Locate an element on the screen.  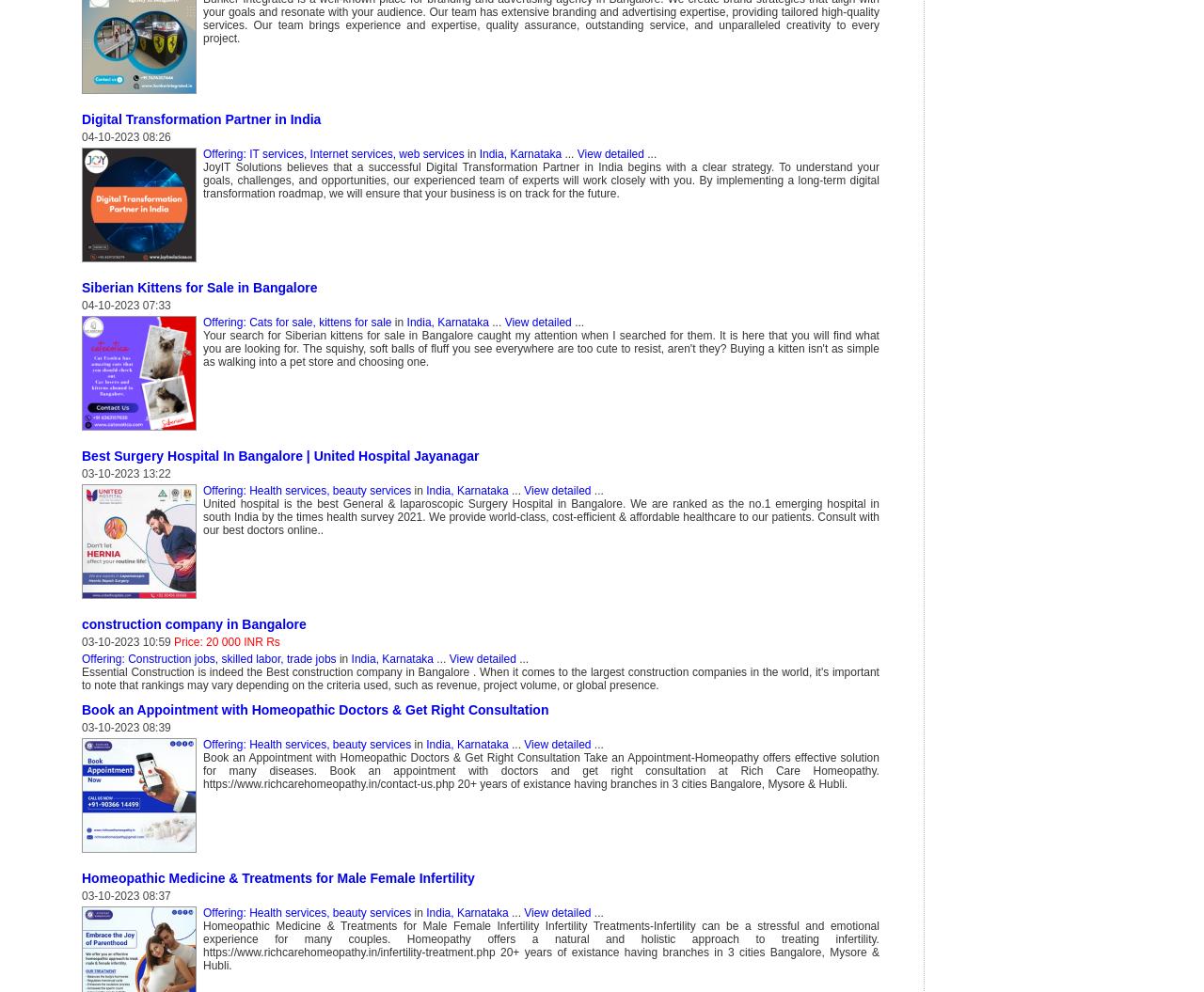
'Offering: Construction jobs, skilled labor, trade jobs' is located at coordinates (81, 656).